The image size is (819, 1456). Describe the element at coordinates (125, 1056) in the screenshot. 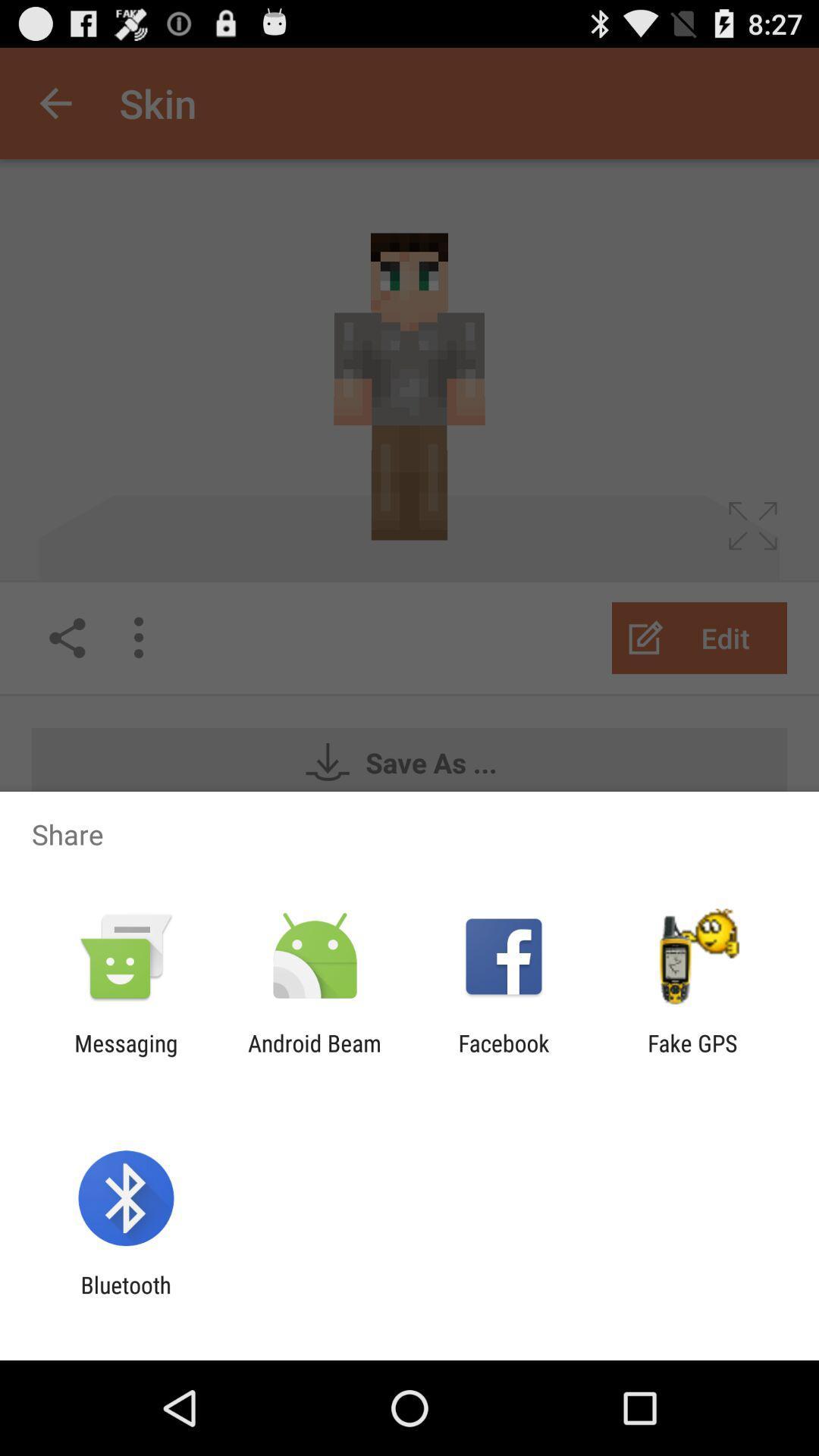

I see `the messaging app` at that location.